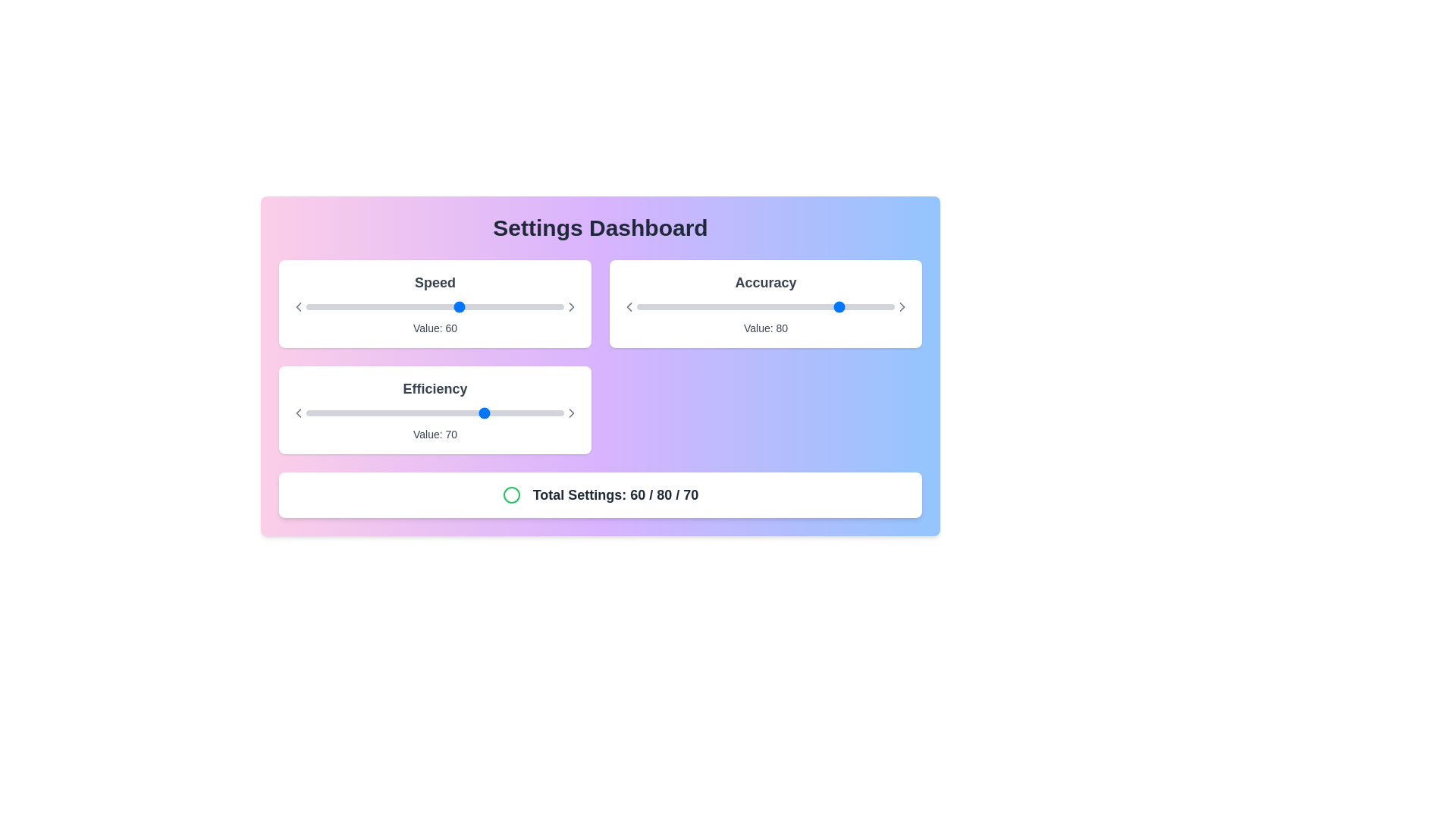 The image size is (1456, 819). Describe the element at coordinates (331, 413) in the screenshot. I see `efficiency` at that location.